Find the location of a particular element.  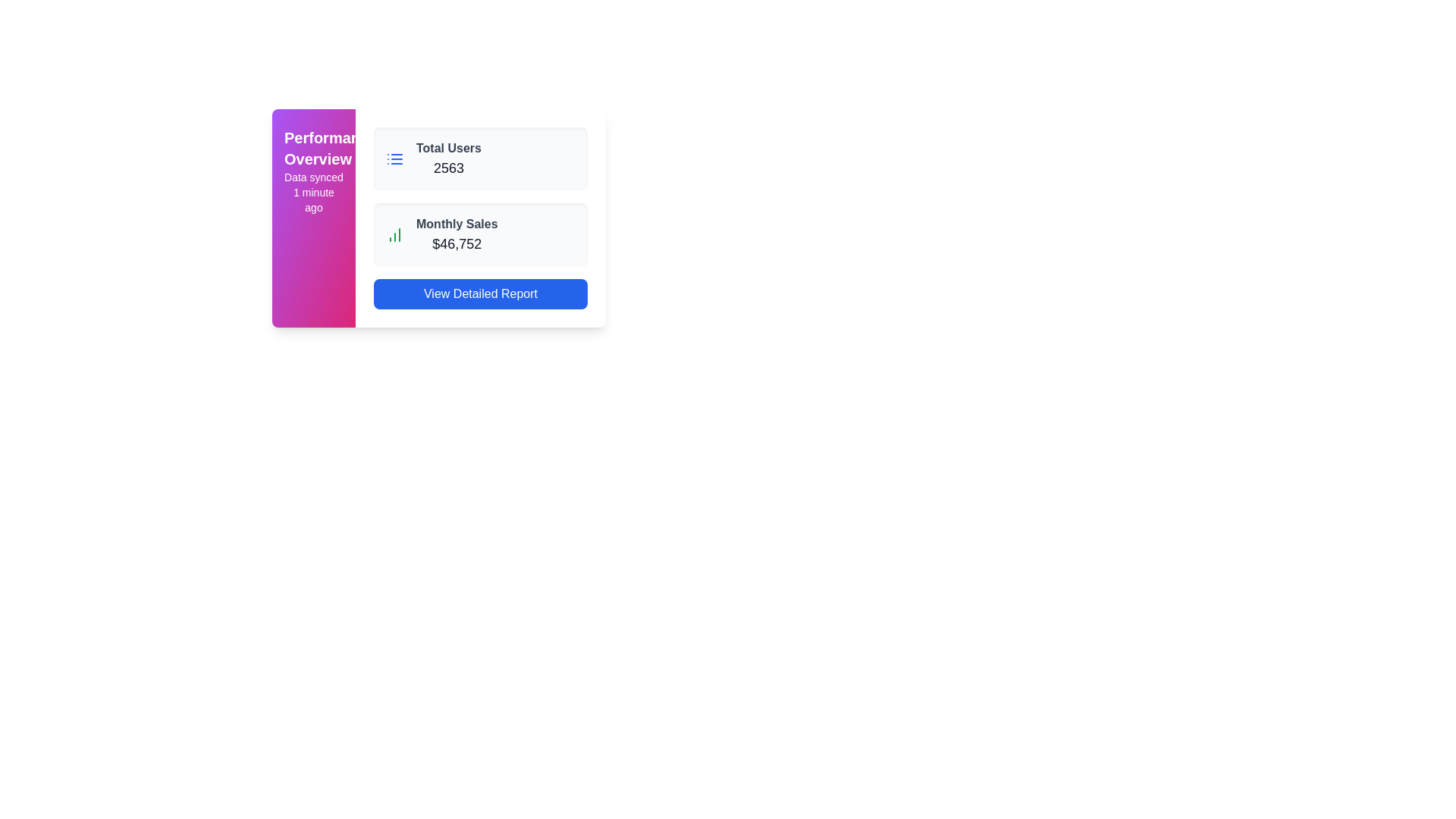

the static informational text block displaying the monetary total of sales, which emphasizes the text '$46,752', located within a card below 'Total Users 2563' and above the 'View Detailed Report' button is located at coordinates (456, 234).